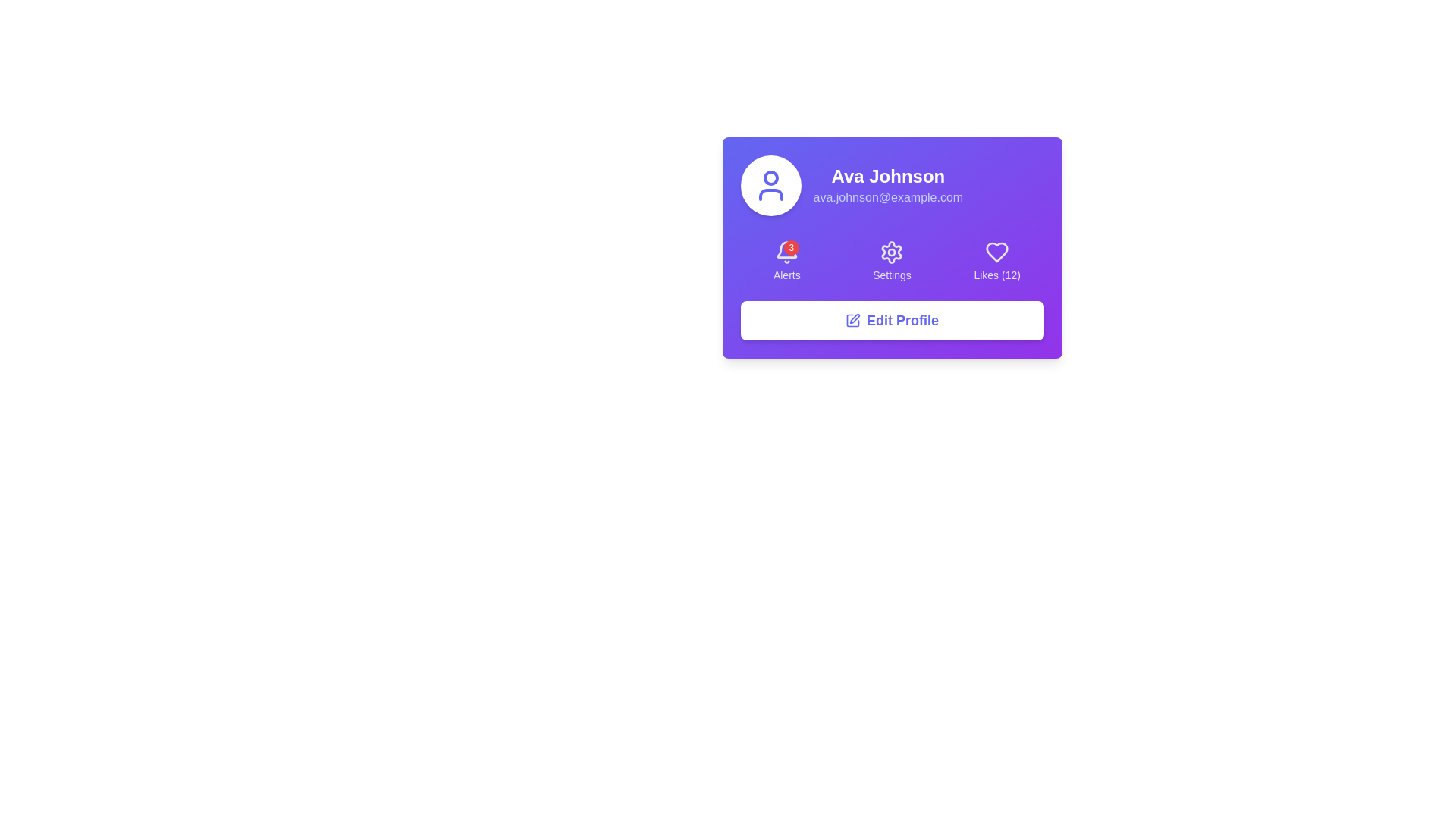 The width and height of the screenshot is (1456, 819). Describe the element at coordinates (855, 318) in the screenshot. I see `the Vector-based icon representing the editing action within the 'Edit Profile' button to modify the user's profile settings` at that location.